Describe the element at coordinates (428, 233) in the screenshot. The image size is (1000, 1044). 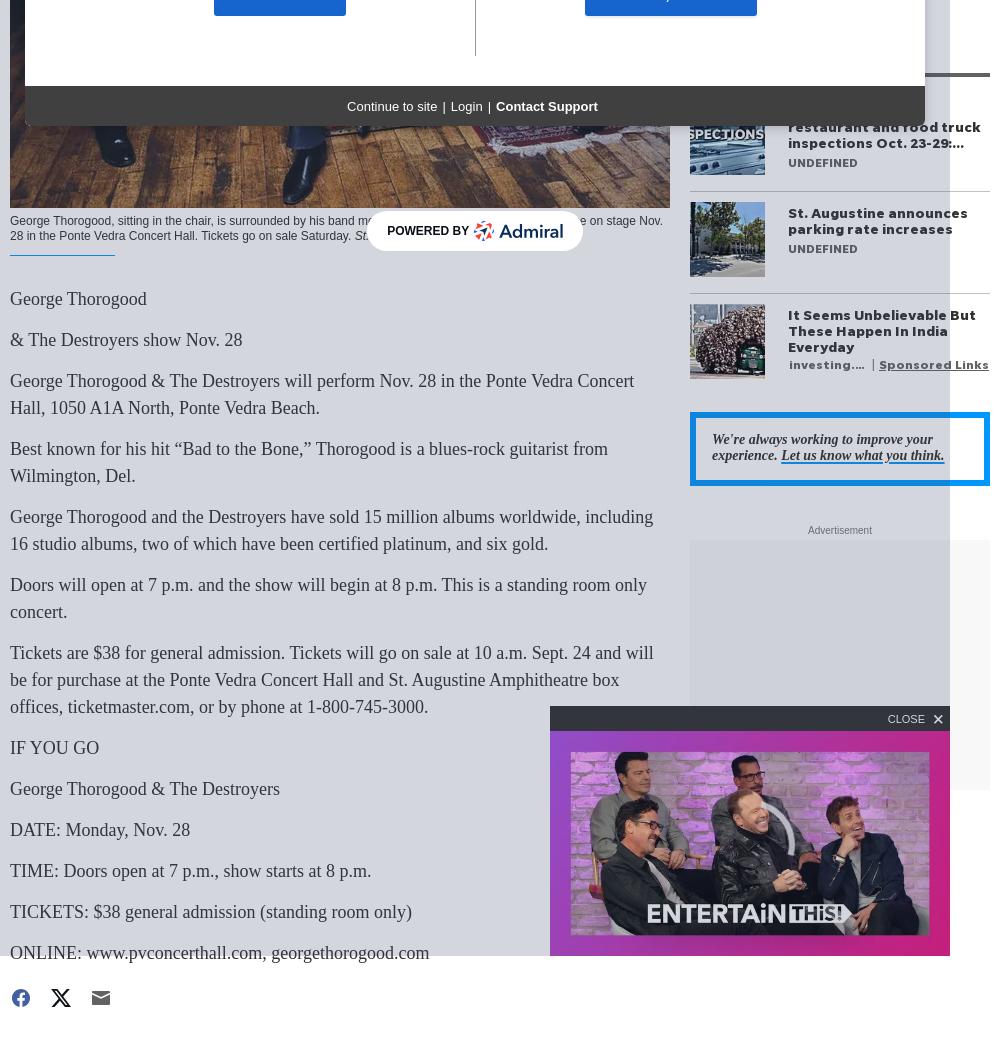
I see `'Powered By'` at that location.